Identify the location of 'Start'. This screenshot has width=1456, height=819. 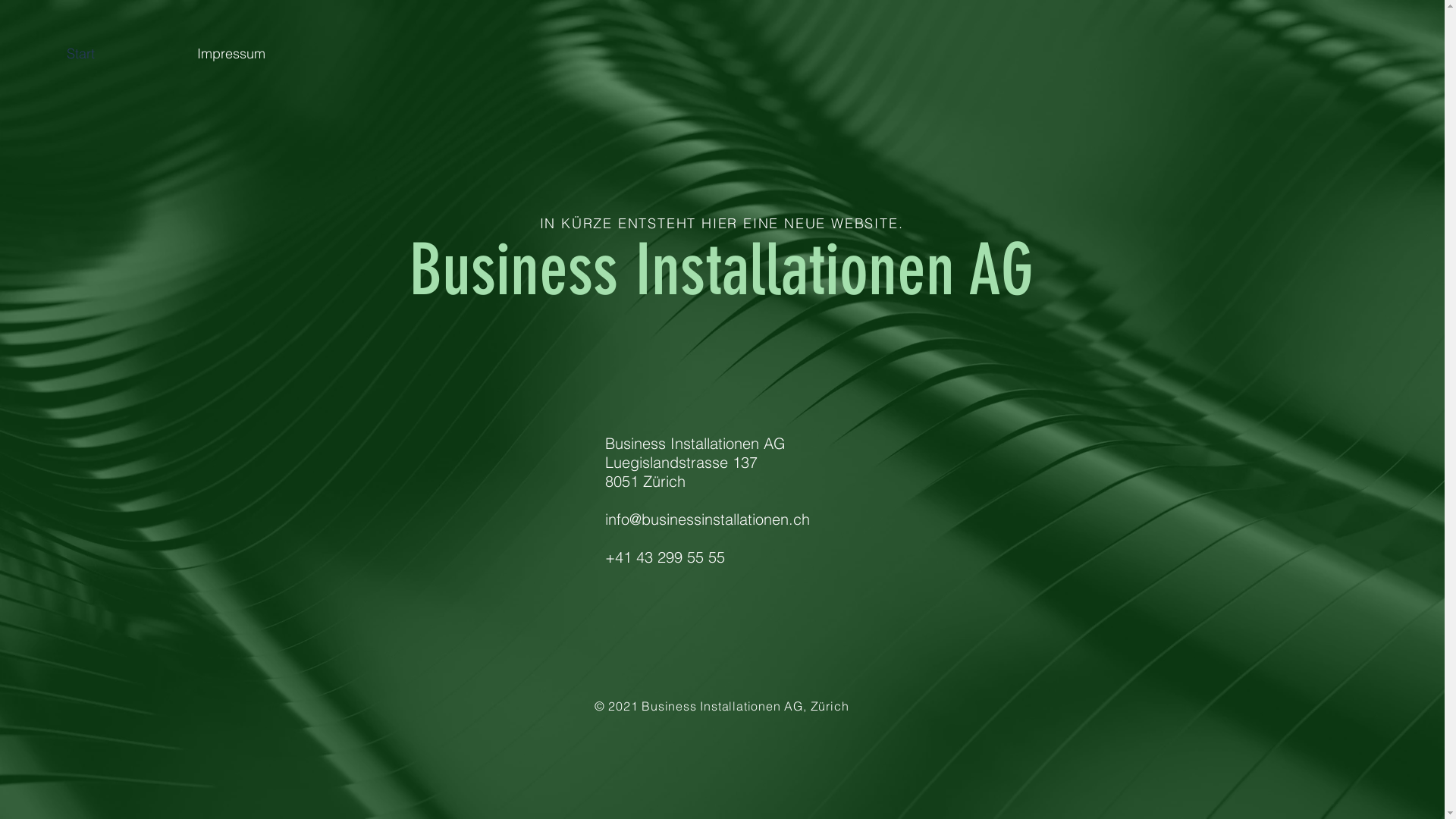
(119, 52).